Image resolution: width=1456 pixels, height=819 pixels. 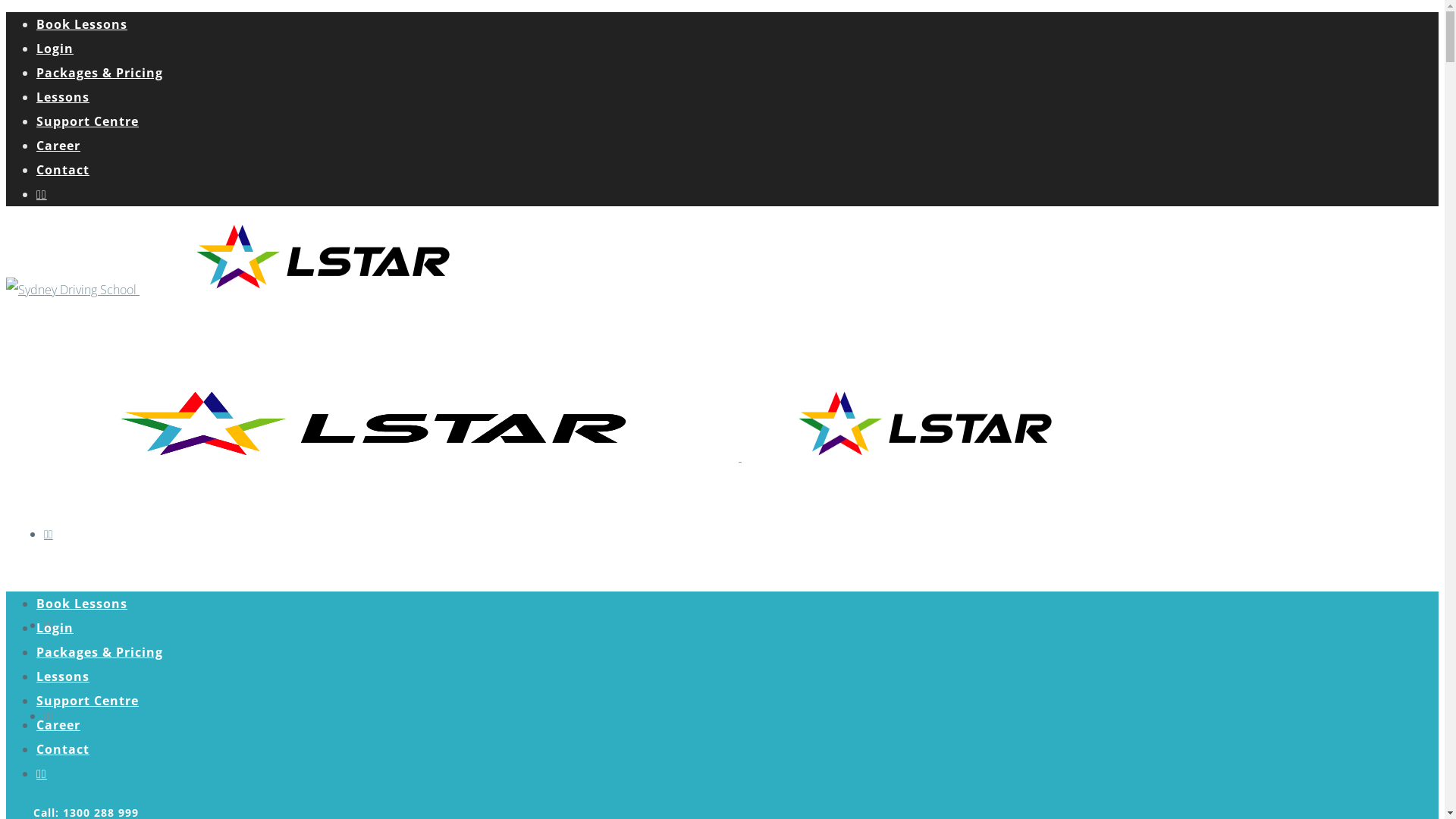 What do you see at coordinates (55, 628) in the screenshot?
I see `'Login'` at bounding box center [55, 628].